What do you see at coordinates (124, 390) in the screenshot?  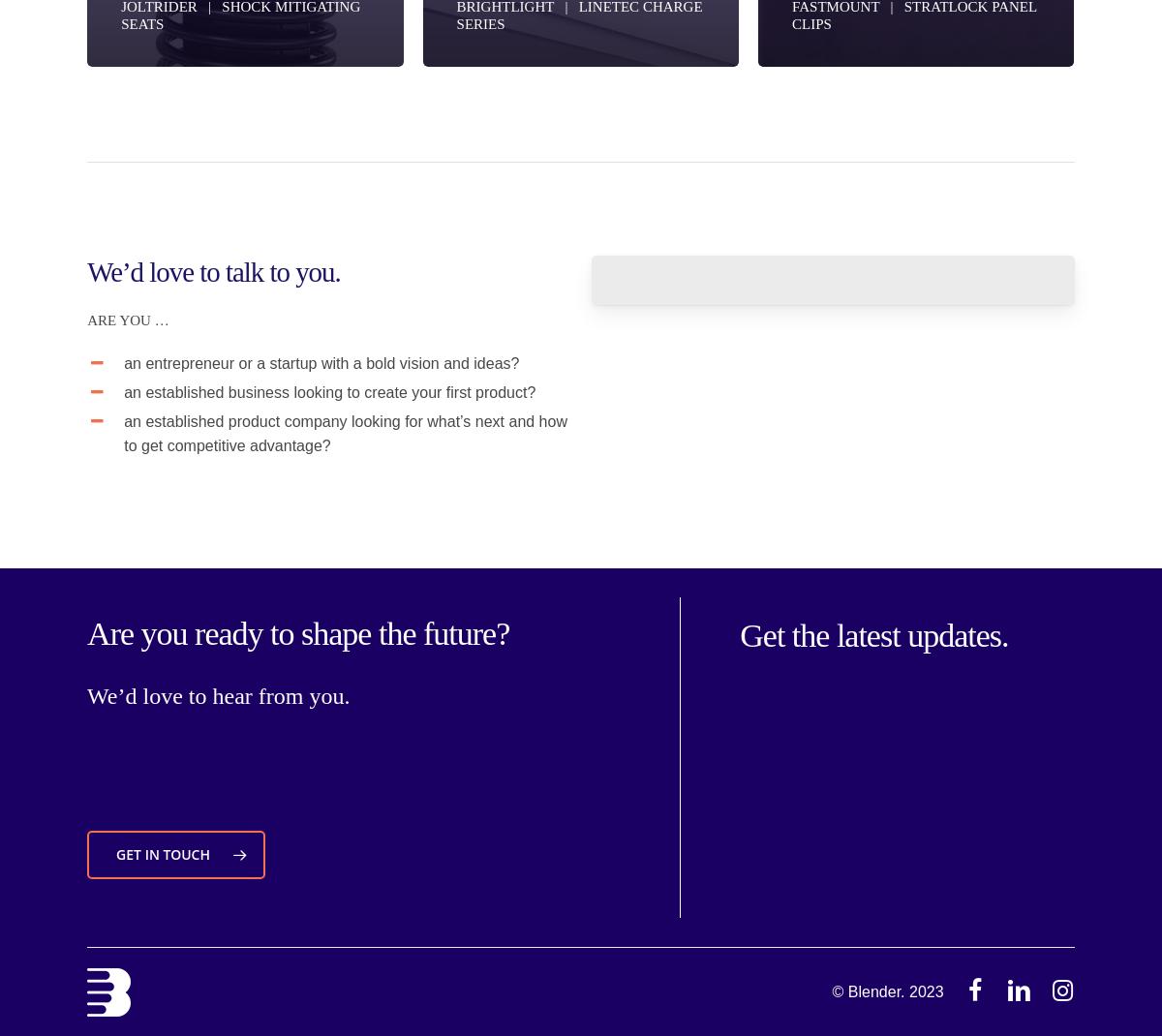 I see `'an established business looking to create your first product?'` at bounding box center [124, 390].